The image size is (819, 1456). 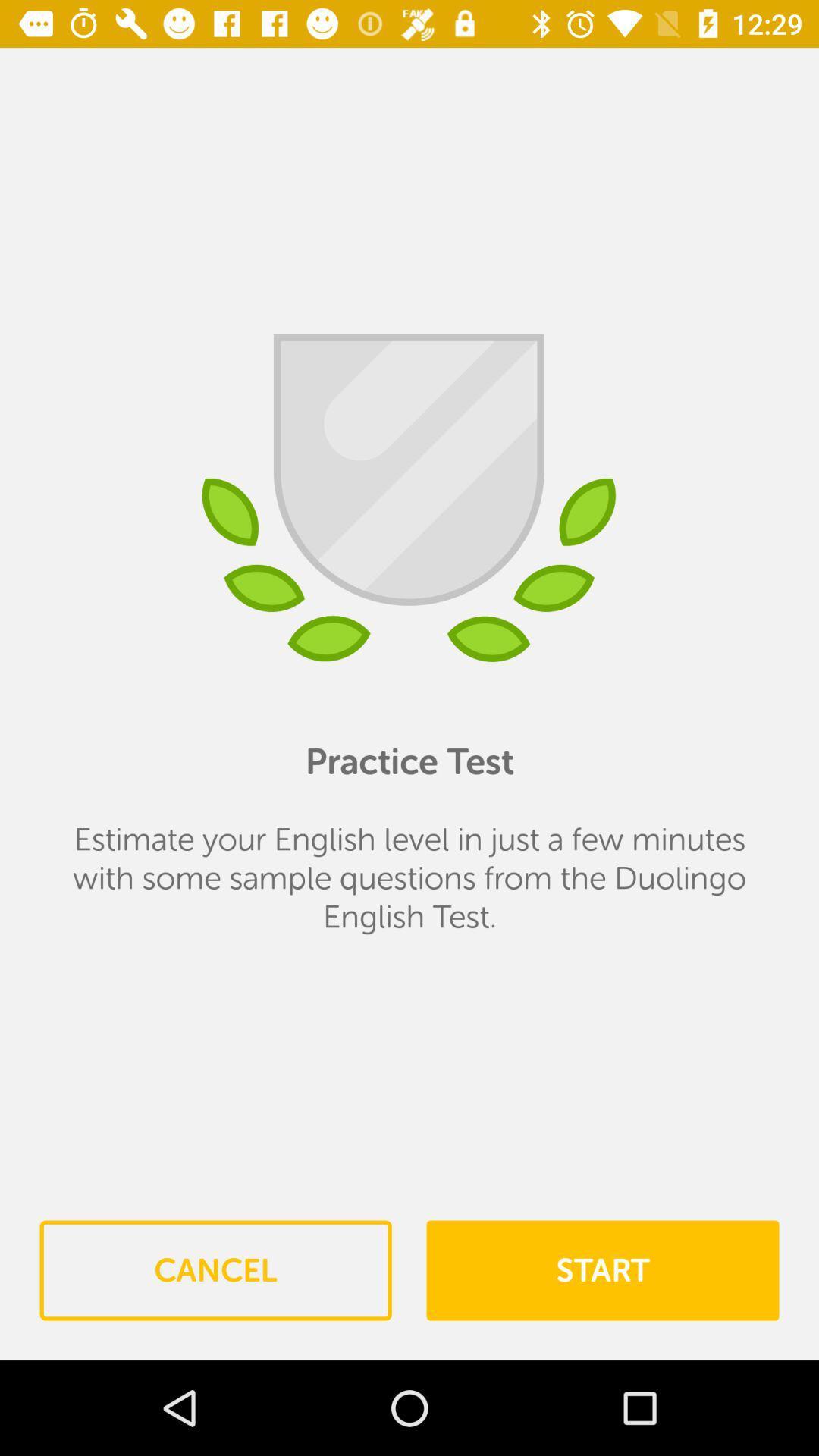 I want to click on item below estimate your english item, so click(x=601, y=1270).